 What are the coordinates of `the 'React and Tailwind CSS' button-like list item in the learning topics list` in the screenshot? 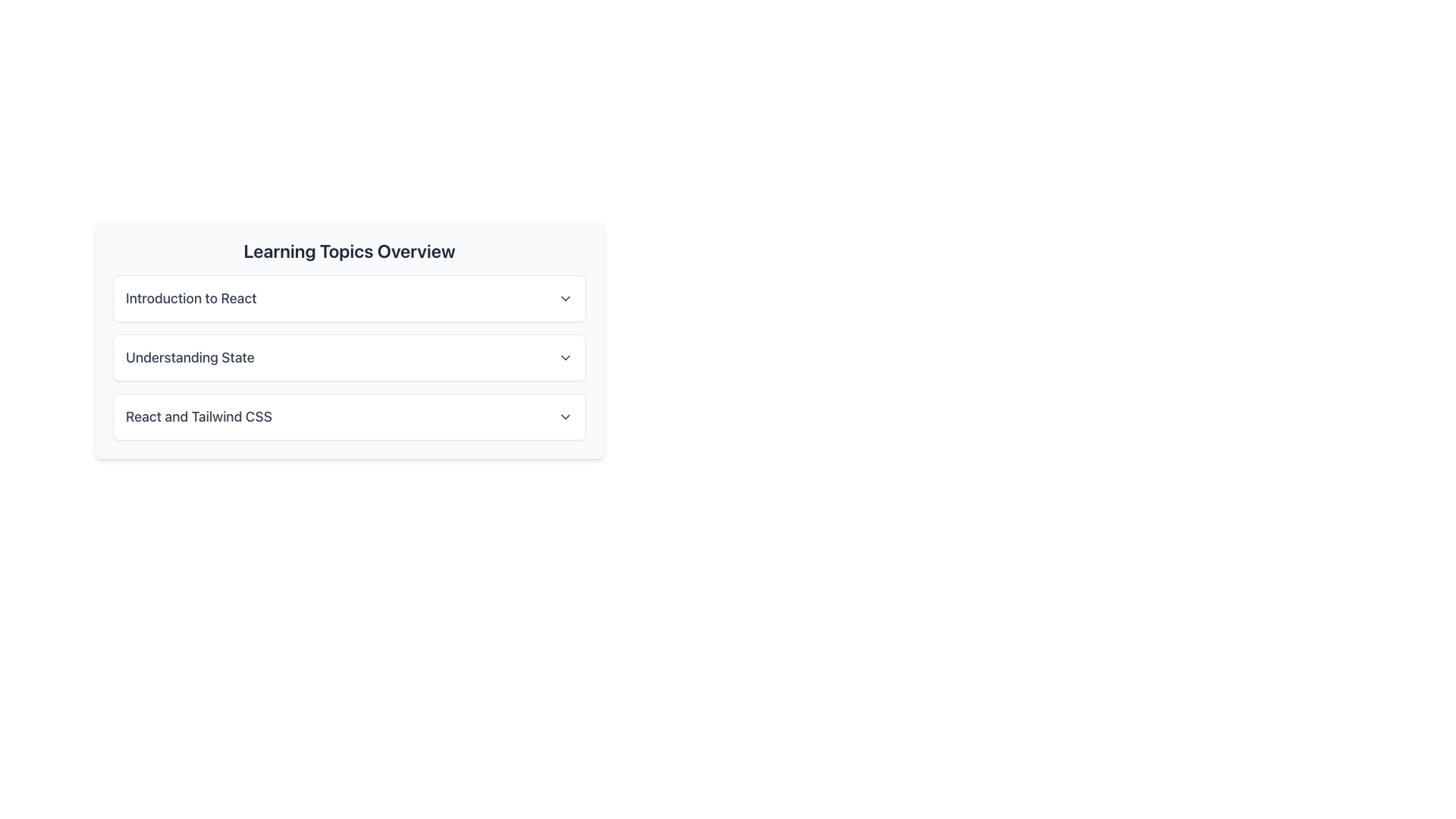 It's located at (348, 417).